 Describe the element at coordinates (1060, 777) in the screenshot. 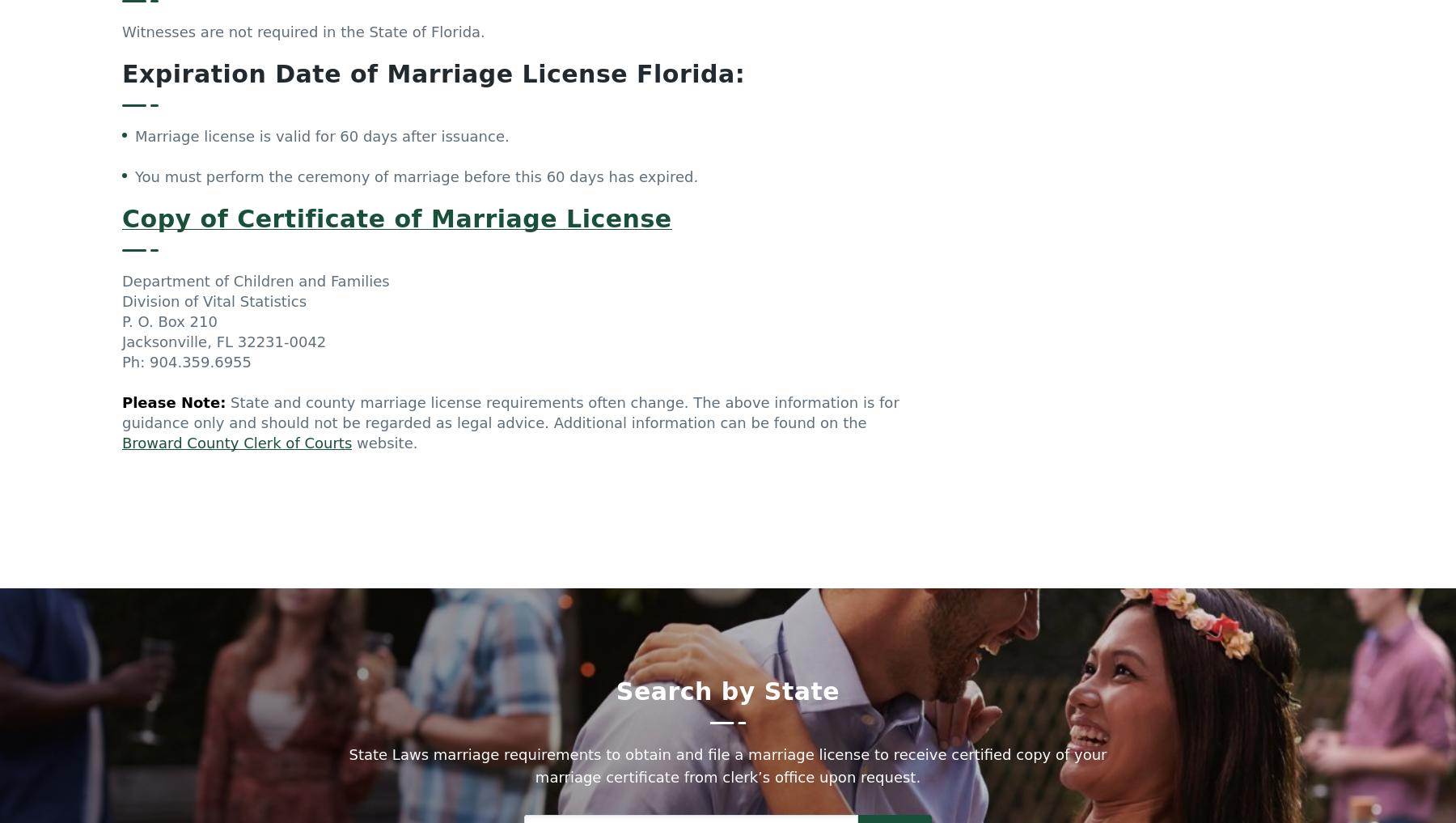

I see `'Texas Law'` at that location.